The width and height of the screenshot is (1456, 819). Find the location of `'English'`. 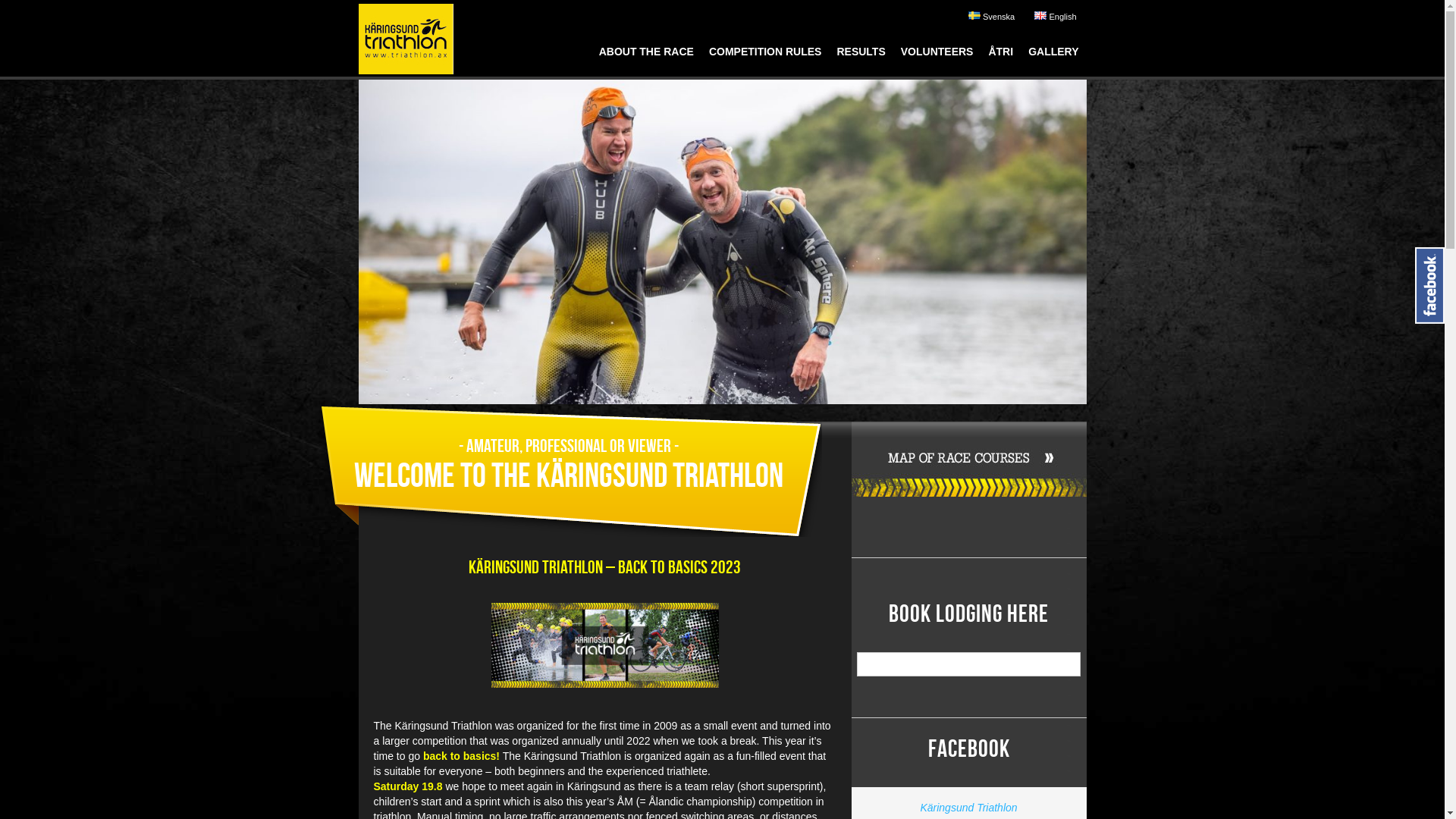

'English' is located at coordinates (1030, 16).